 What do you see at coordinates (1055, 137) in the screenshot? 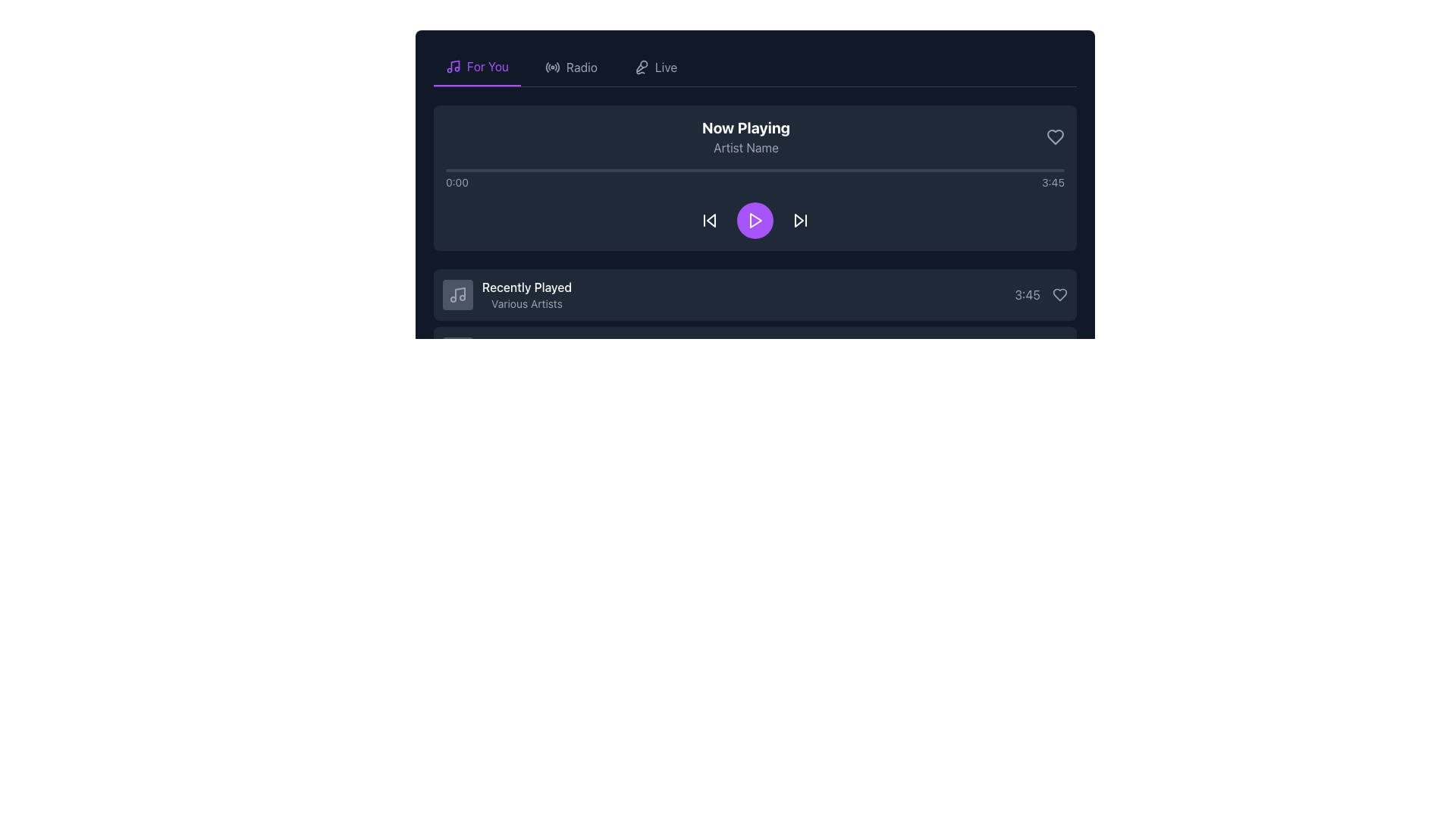
I see `the heart-shaped icon button located in the top-right portion of the card under the 'Now Playing' section to mark the item as favorite` at bounding box center [1055, 137].